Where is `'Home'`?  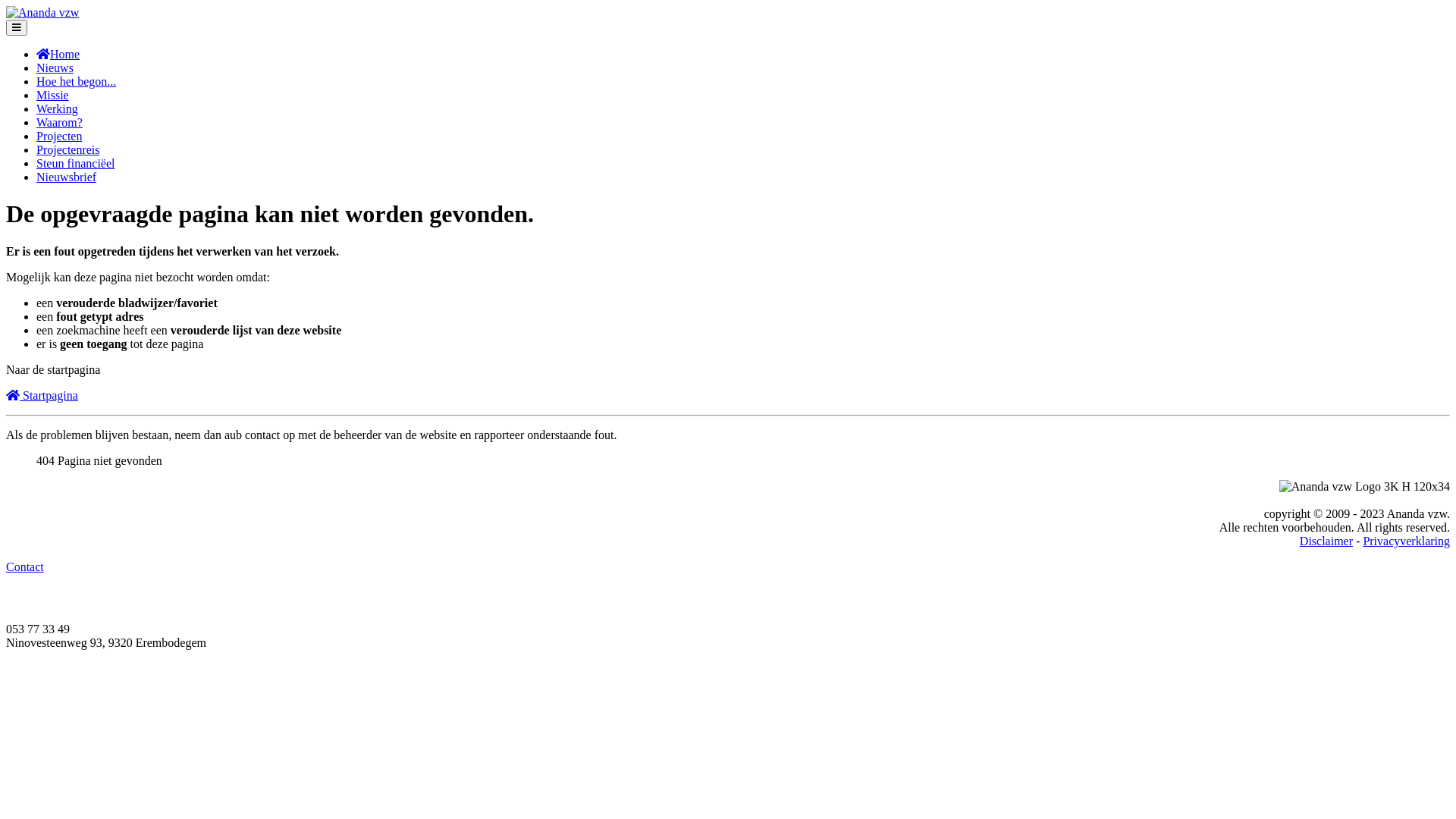 'Home' is located at coordinates (58, 53).